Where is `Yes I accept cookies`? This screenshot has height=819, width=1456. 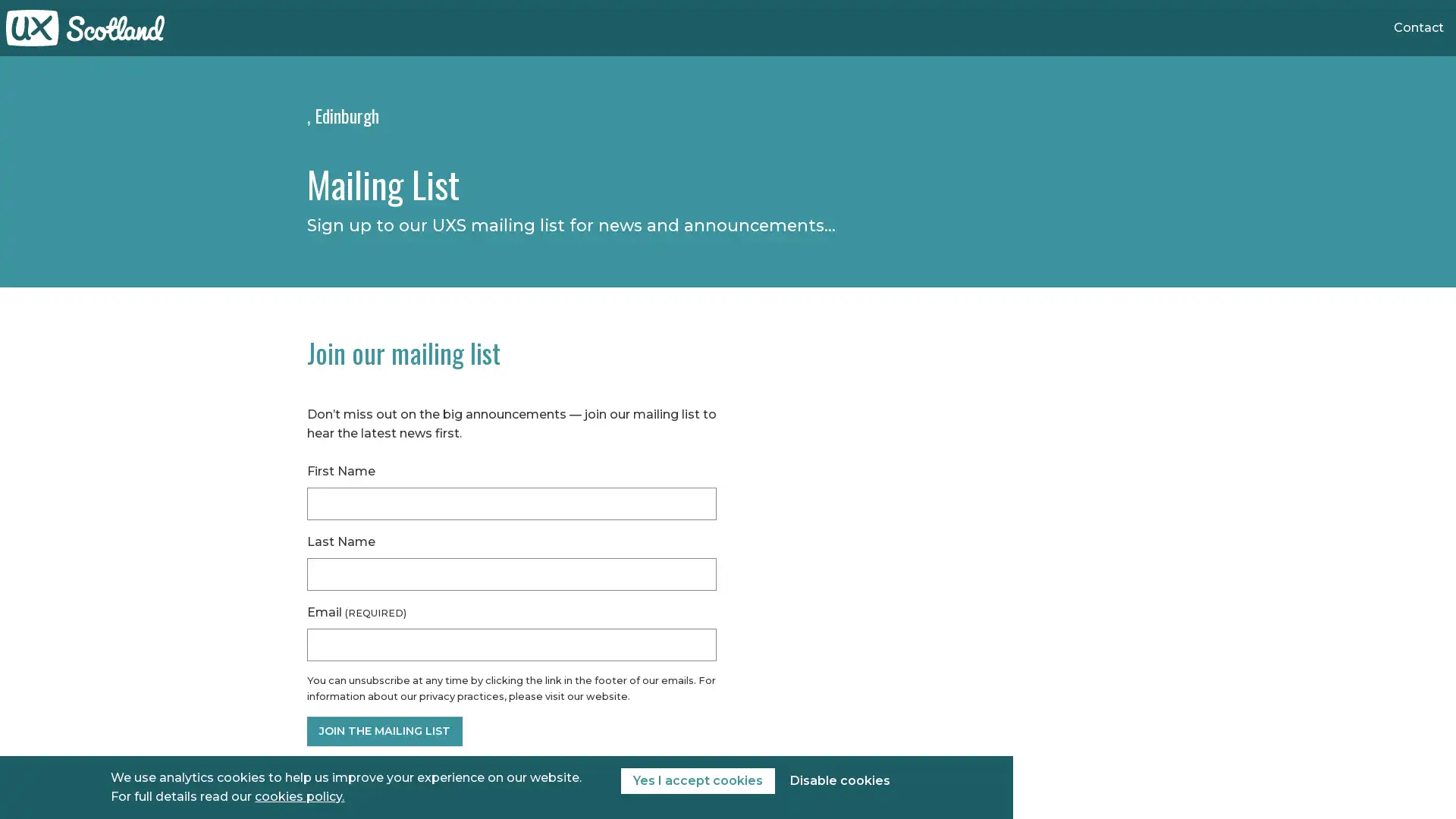
Yes I accept cookies is located at coordinates (696, 780).